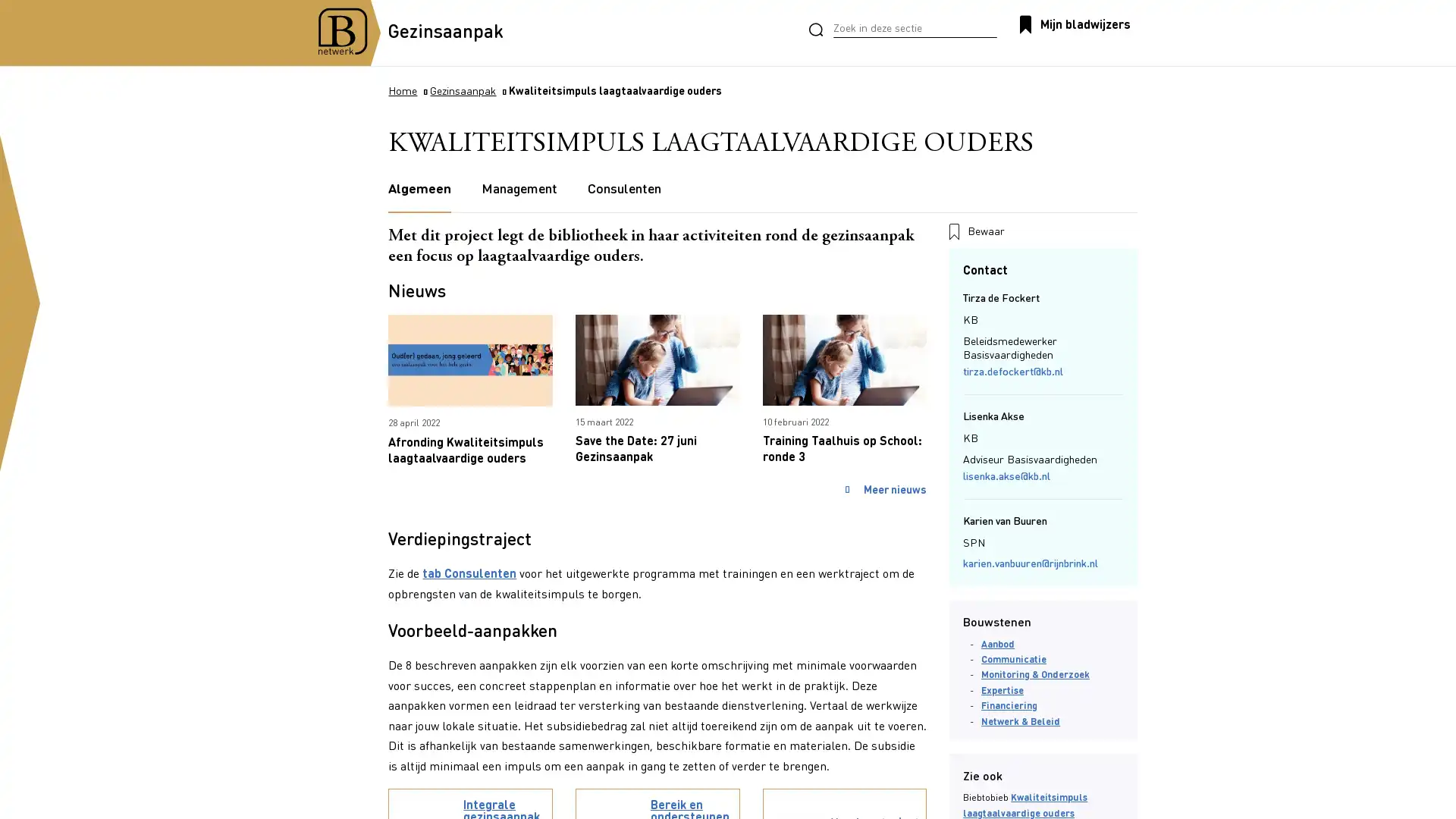 This screenshot has width=1456, height=819. What do you see at coordinates (816, 25) in the screenshot?
I see `Zoeken` at bounding box center [816, 25].